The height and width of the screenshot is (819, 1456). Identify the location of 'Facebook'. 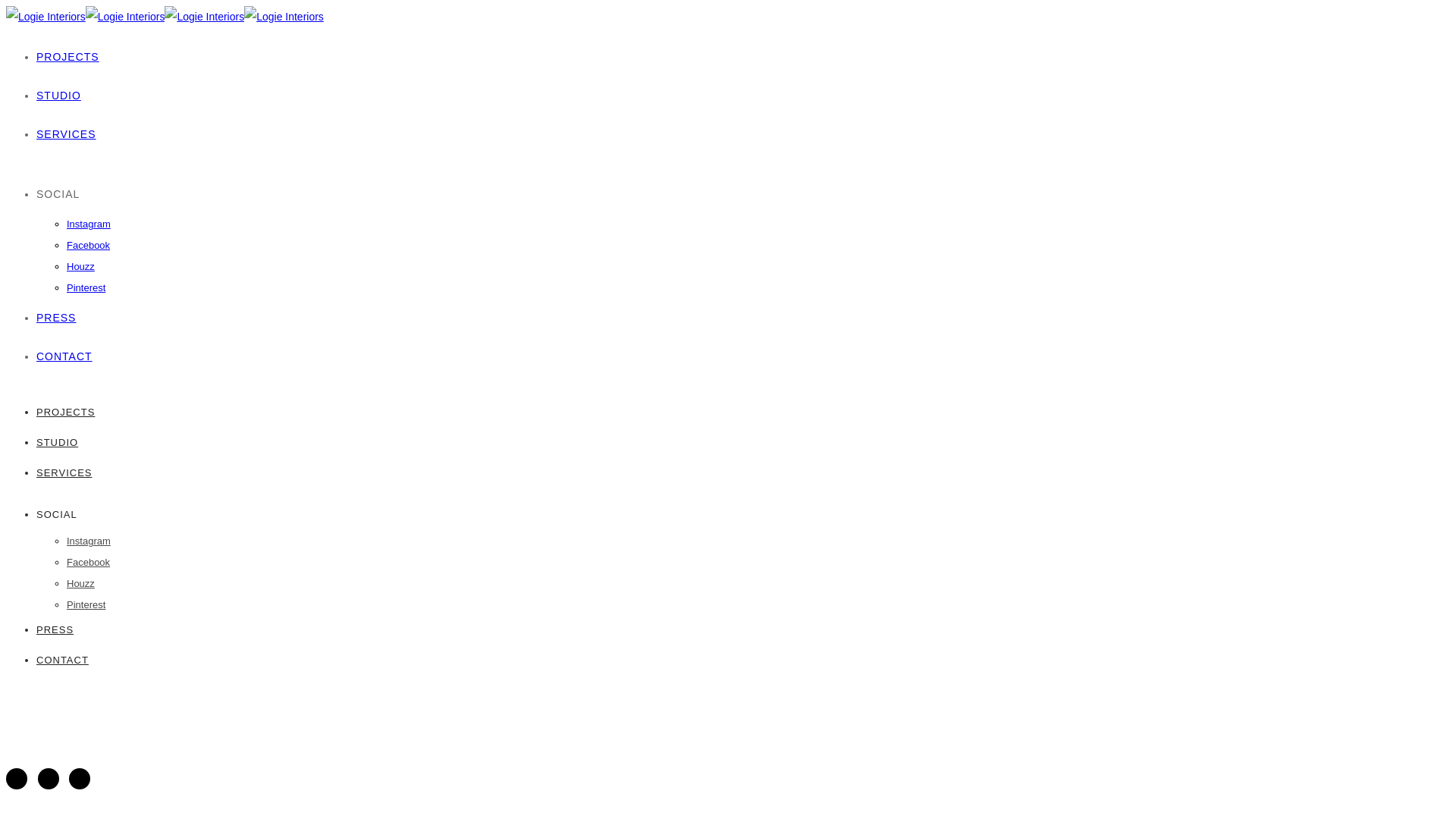
(65, 562).